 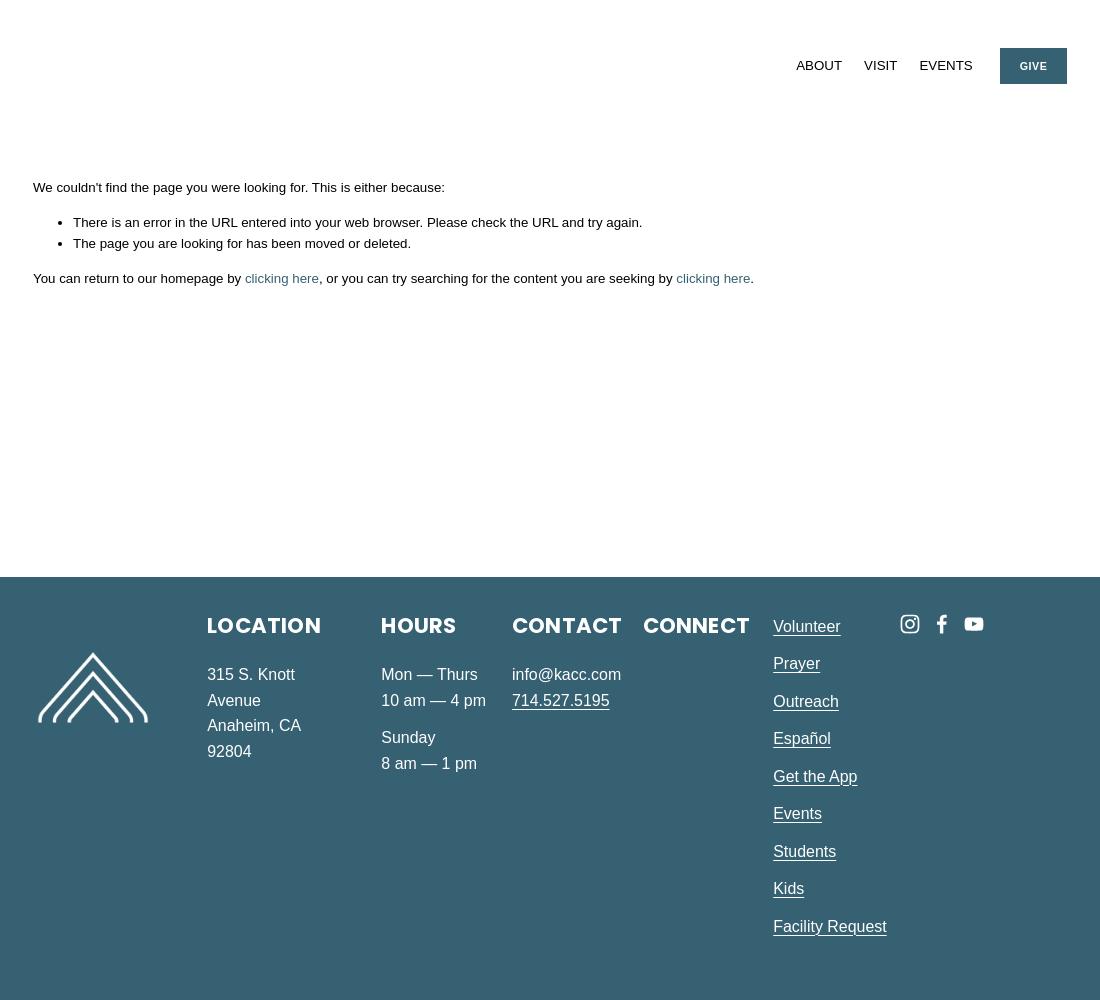 I want to click on '.', so click(x=750, y=277).